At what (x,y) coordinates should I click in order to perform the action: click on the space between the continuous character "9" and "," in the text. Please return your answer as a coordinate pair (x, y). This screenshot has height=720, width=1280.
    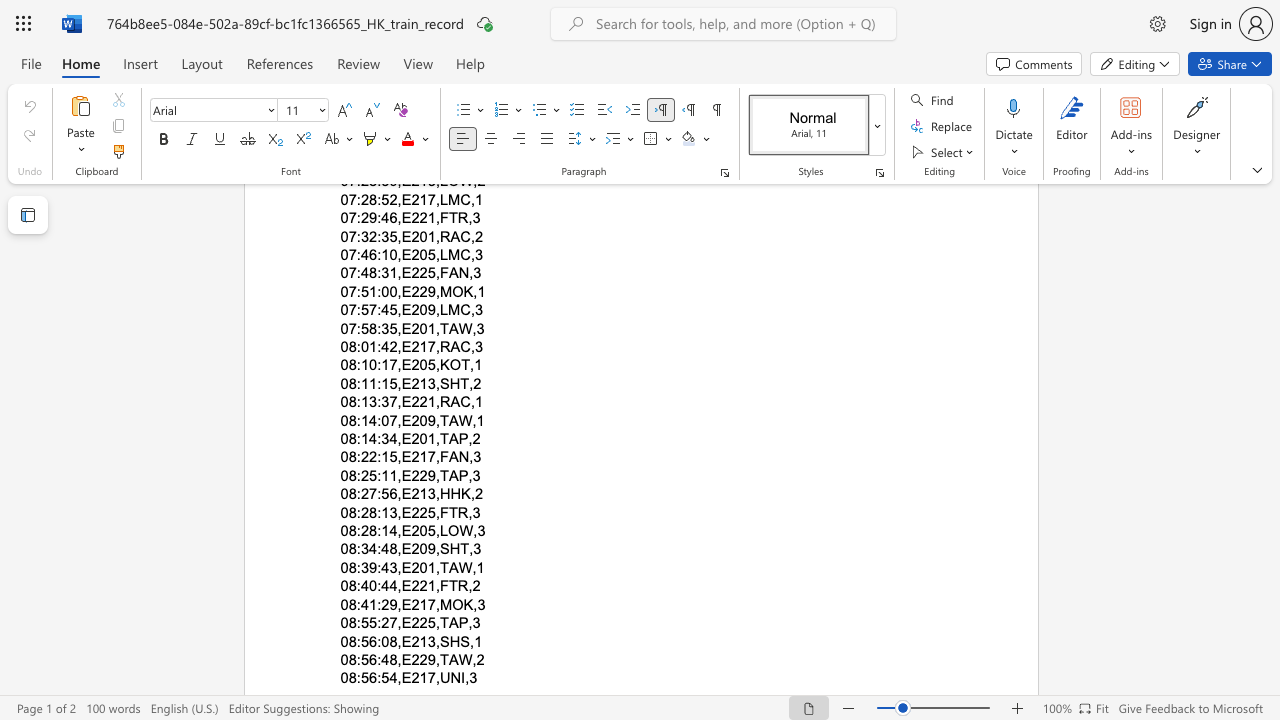
    Looking at the image, I should click on (433, 549).